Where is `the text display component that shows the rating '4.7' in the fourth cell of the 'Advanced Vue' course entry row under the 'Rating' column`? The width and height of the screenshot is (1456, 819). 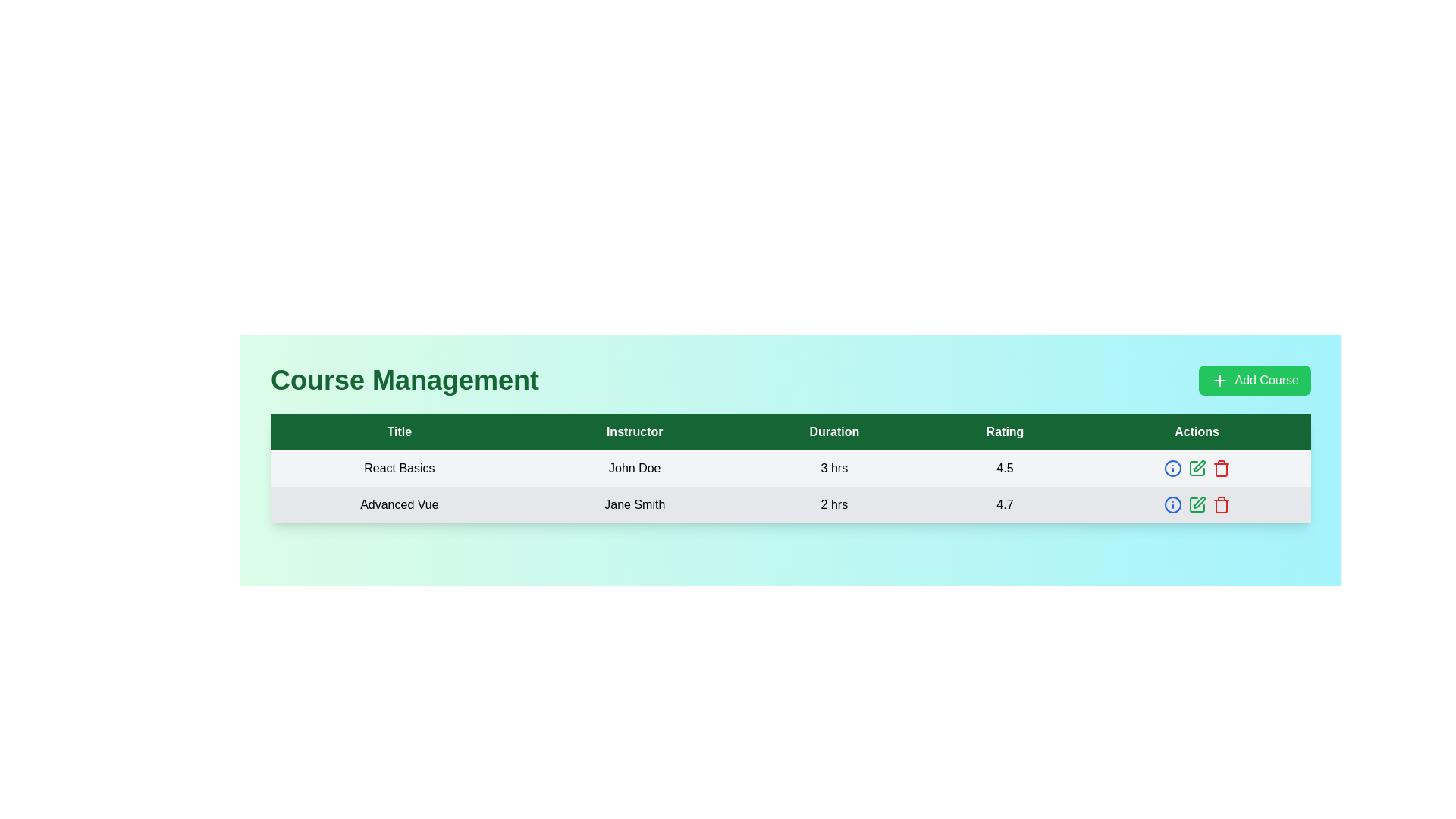
the text display component that shows the rating '4.7' in the fourth cell of the 'Advanced Vue' course entry row under the 'Rating' column is located at coordinates (1005, 505).